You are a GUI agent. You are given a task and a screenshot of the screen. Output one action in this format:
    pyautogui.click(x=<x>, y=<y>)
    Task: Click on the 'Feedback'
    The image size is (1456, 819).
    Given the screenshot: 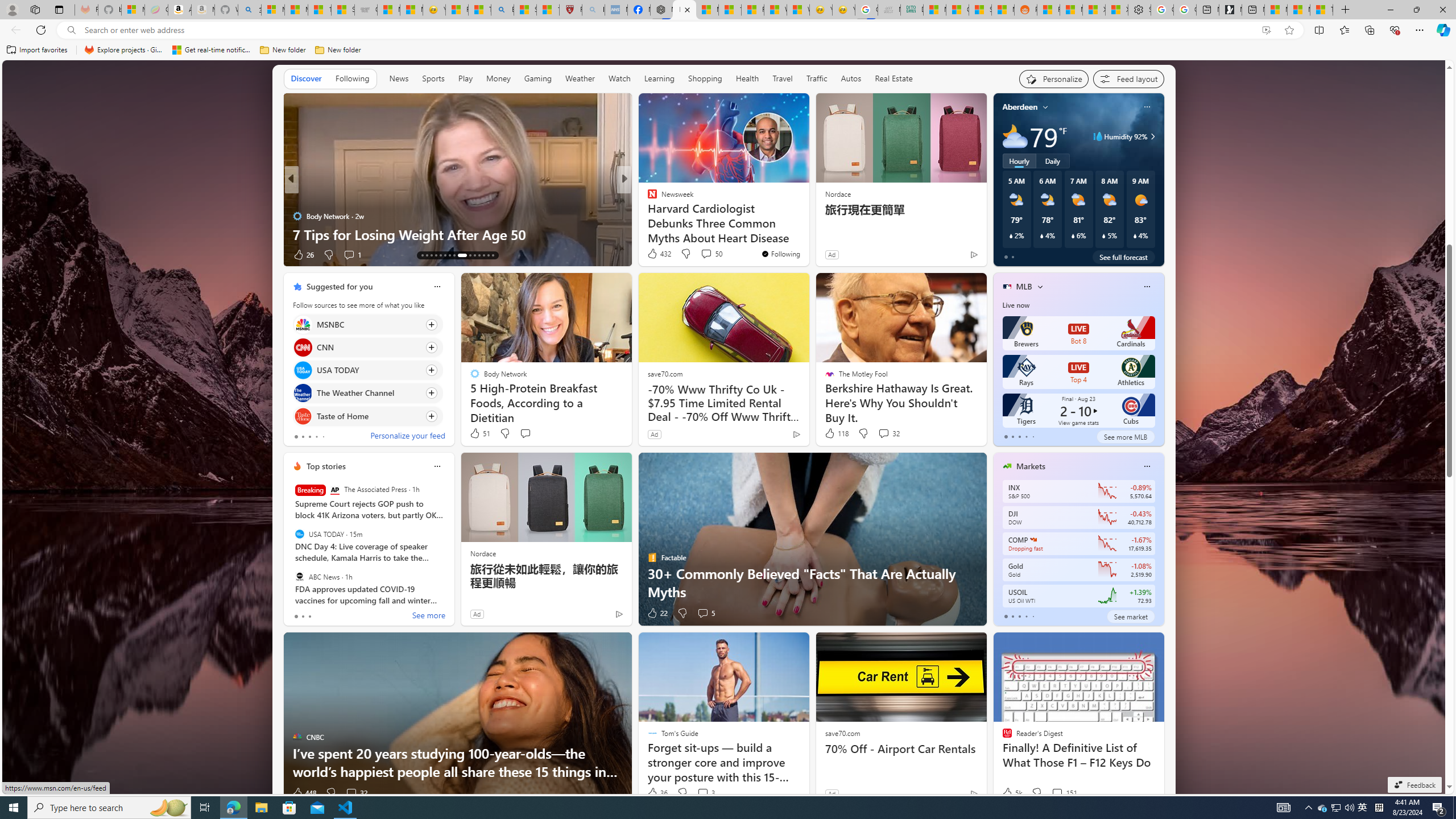 What is the action you would take?
    pyautogui.click(x=1414, y=784)
    